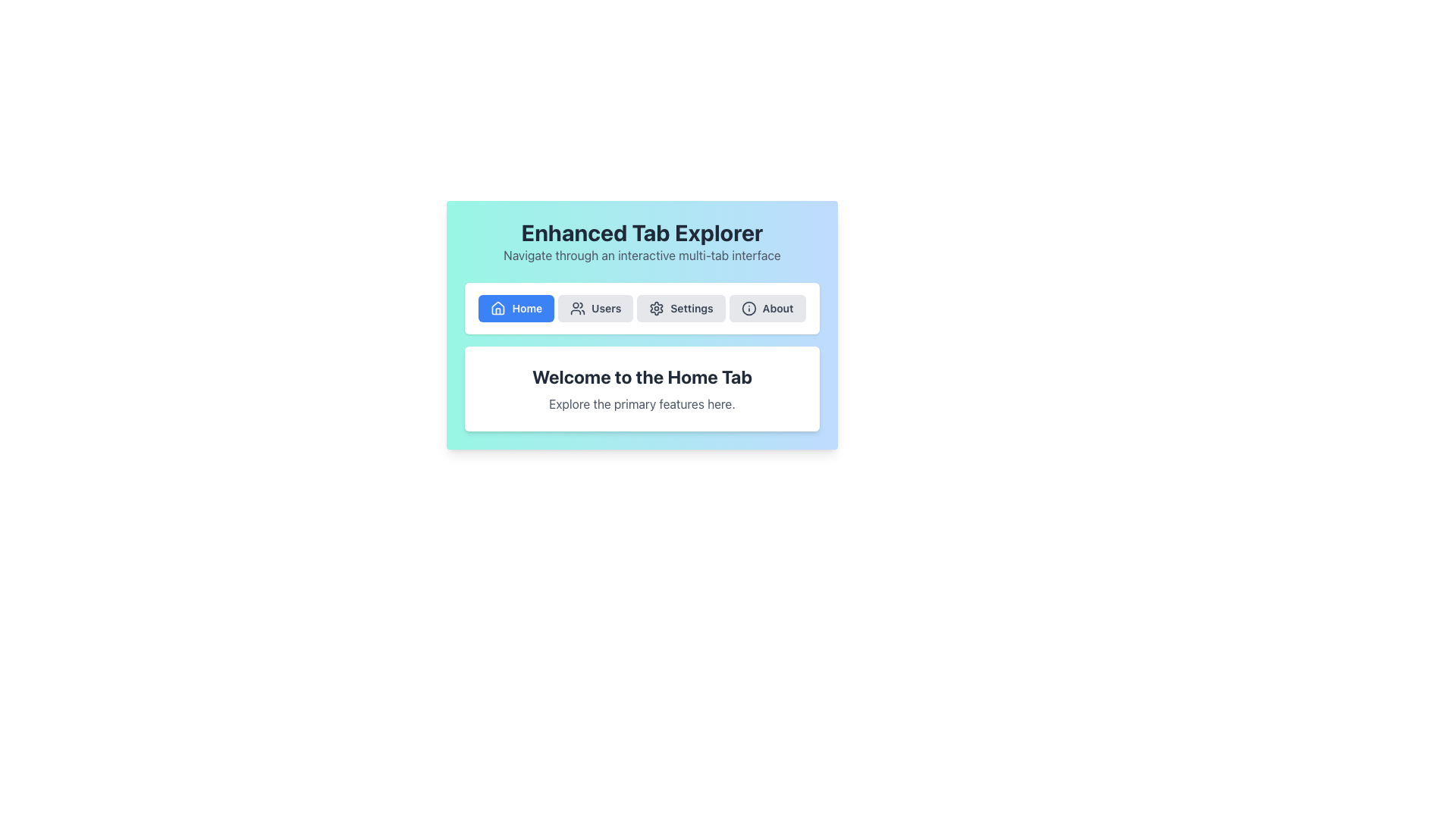 The image size is (1456, 819). What do you see at coordinates (577, 308) in the screenshot?
I see `the small icon representing two stylized human figures` at bounding box center [577, 308].